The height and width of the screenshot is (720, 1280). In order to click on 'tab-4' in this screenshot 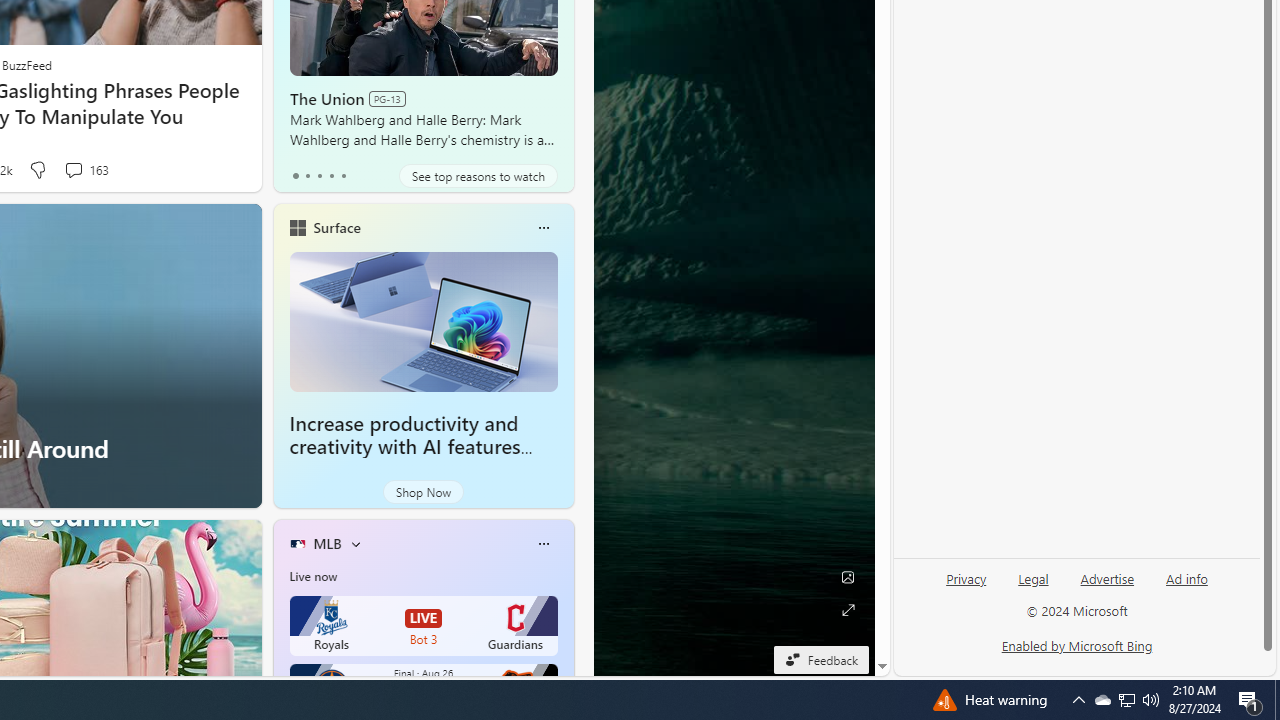, I will do `click(343, 175)`.